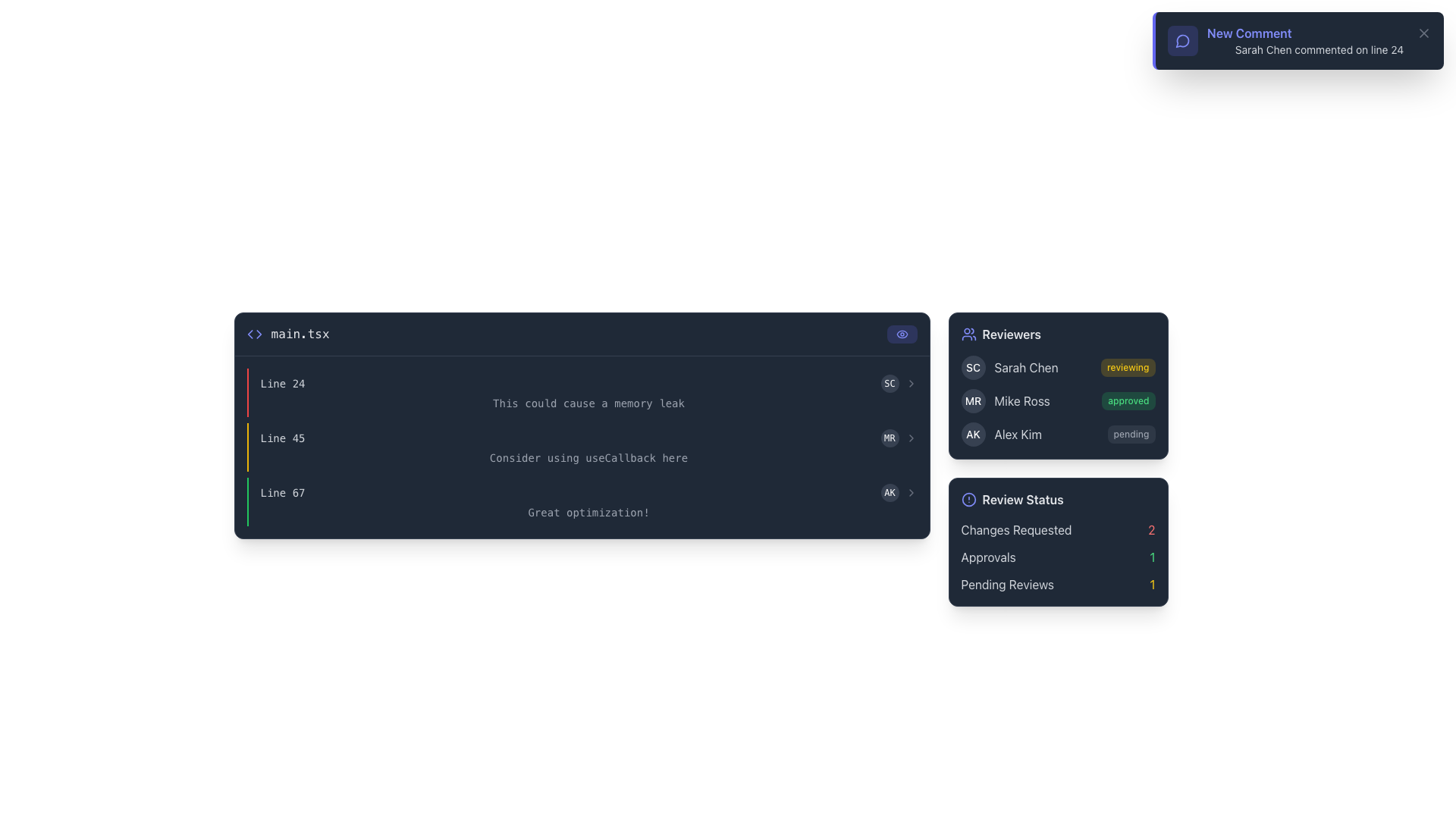 The width and height of the screenshot is (1456, 819). I want to click on the header text labeled 'Review Status' accompanied by a blue circle icon with an exclamation mark, located at the top of the segmented panel, so click(1057, 500).